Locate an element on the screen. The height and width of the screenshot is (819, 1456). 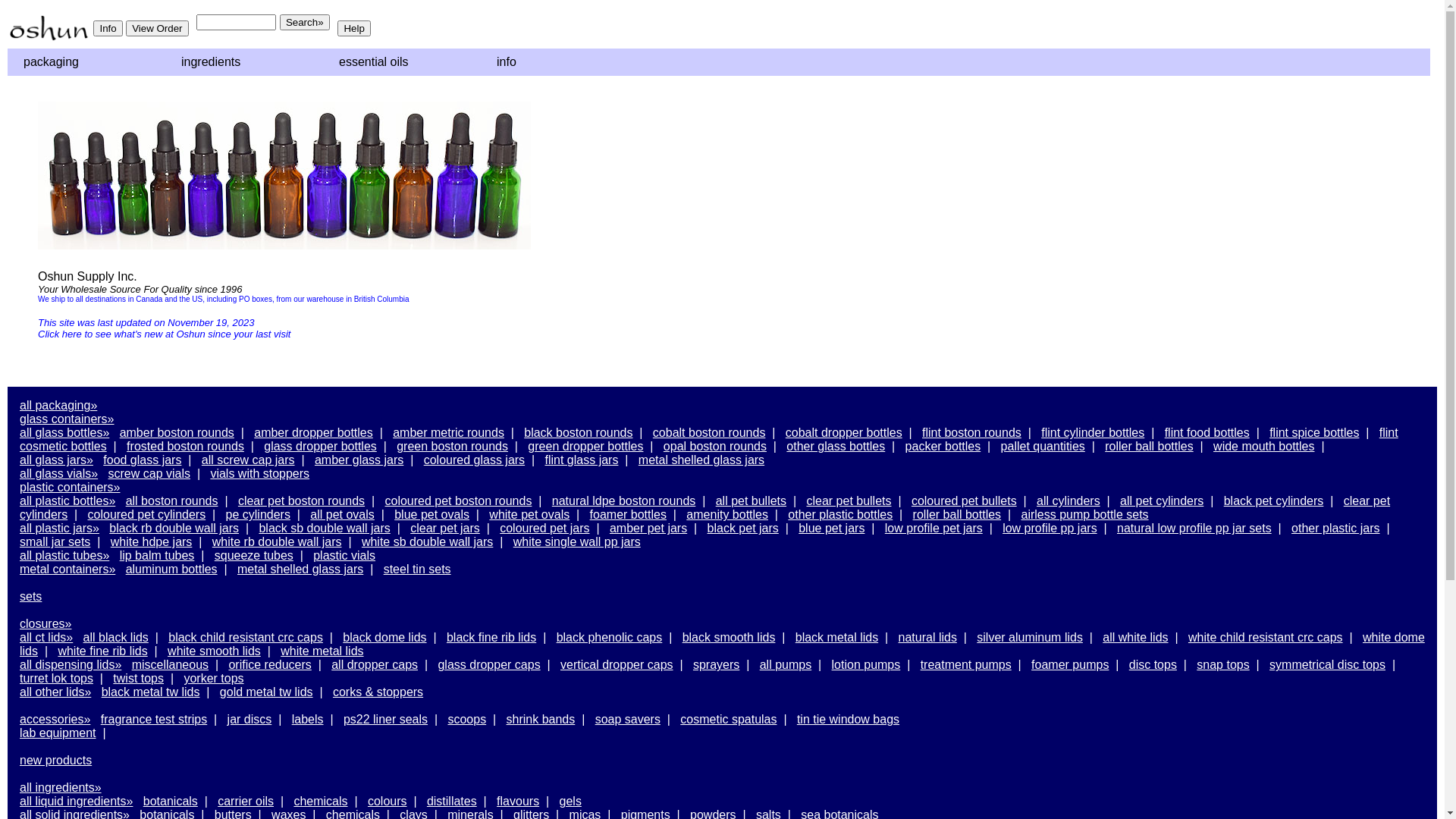
'flint spice bottles' is located at coordinates (1313, 432).